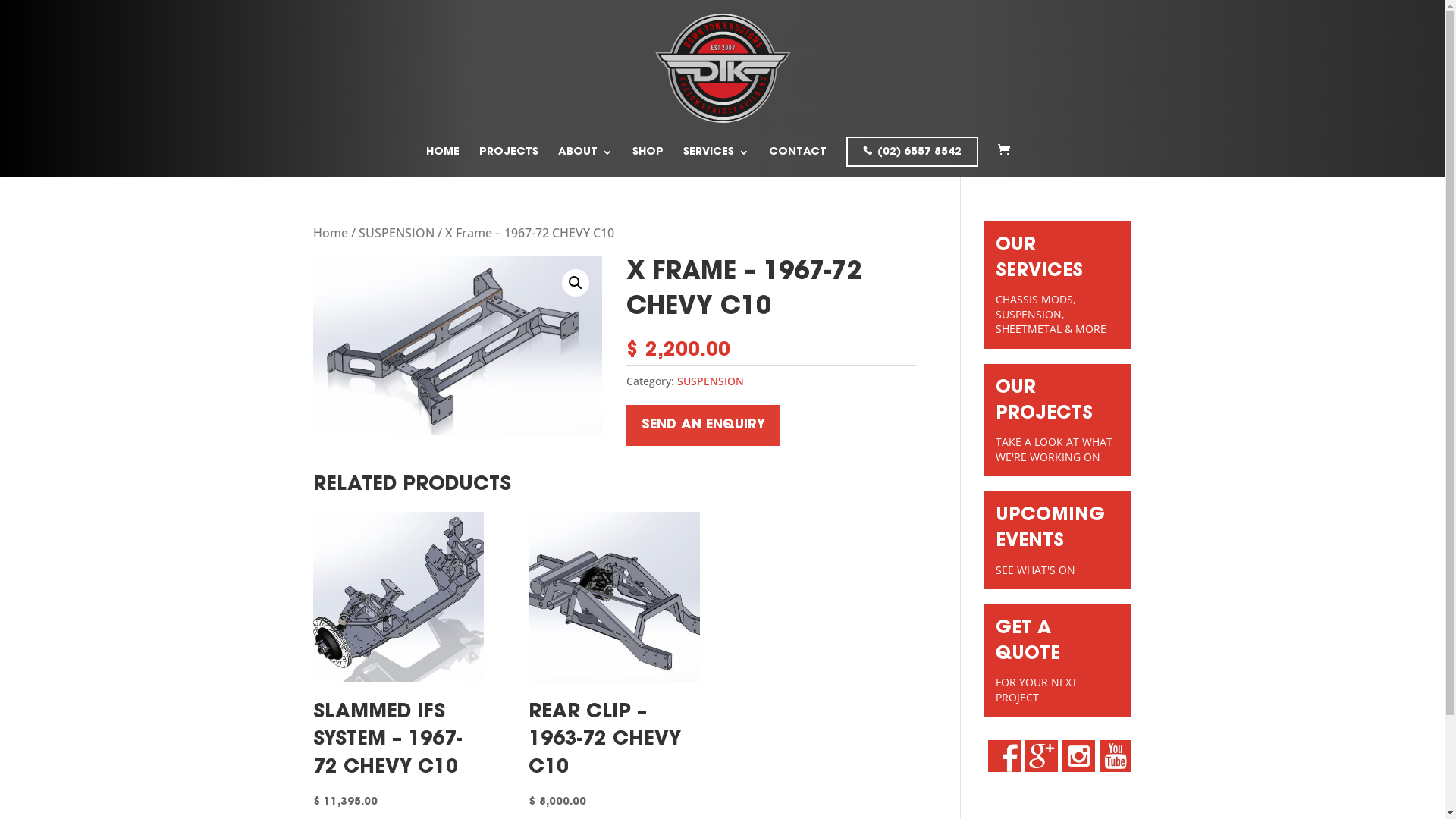  Describe the element at coordinates (682, 158) in the screenshot. I see `'SERVICES'` at that location.